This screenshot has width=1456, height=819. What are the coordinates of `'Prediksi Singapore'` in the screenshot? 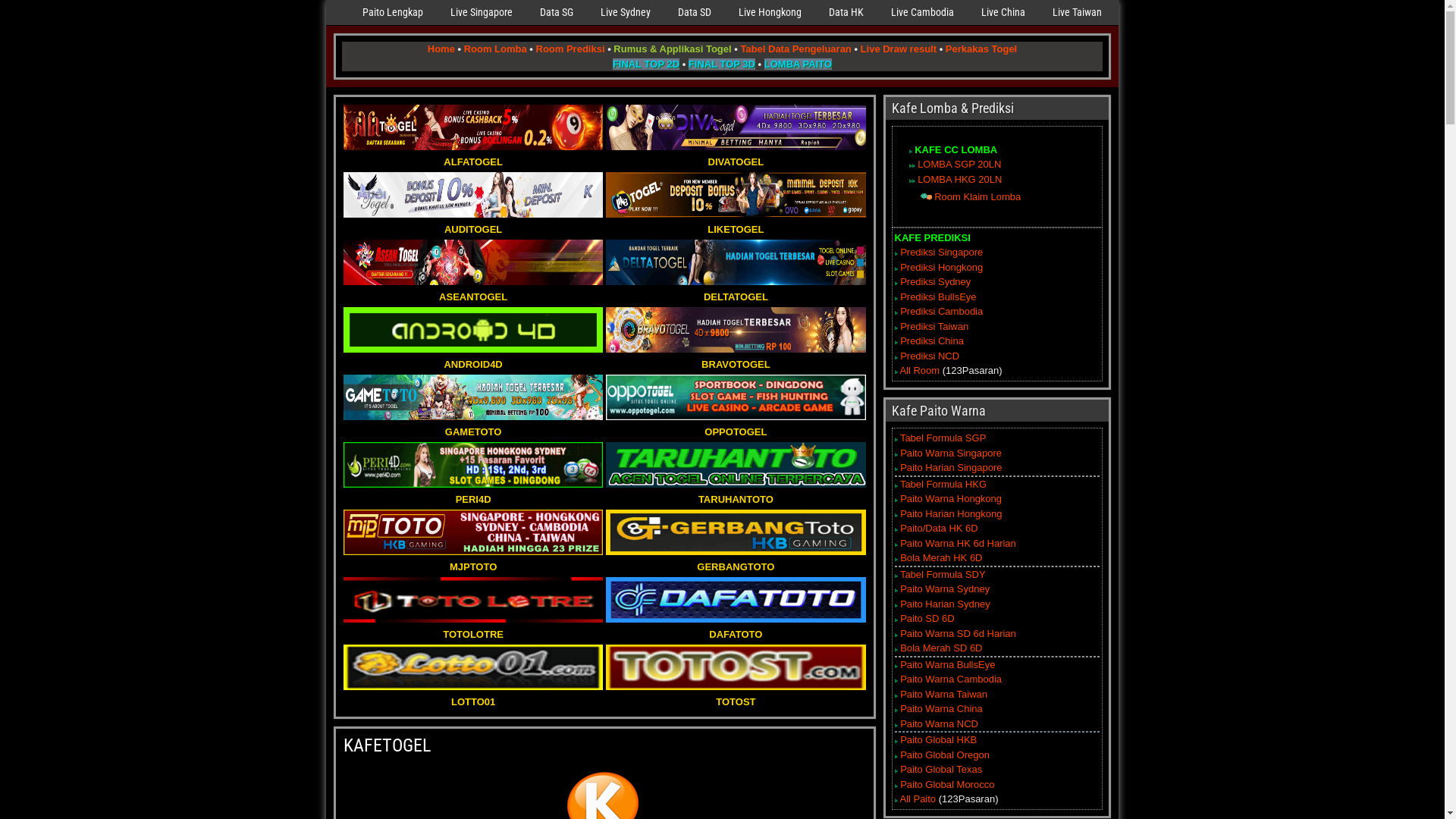 It's located at (940, 251).